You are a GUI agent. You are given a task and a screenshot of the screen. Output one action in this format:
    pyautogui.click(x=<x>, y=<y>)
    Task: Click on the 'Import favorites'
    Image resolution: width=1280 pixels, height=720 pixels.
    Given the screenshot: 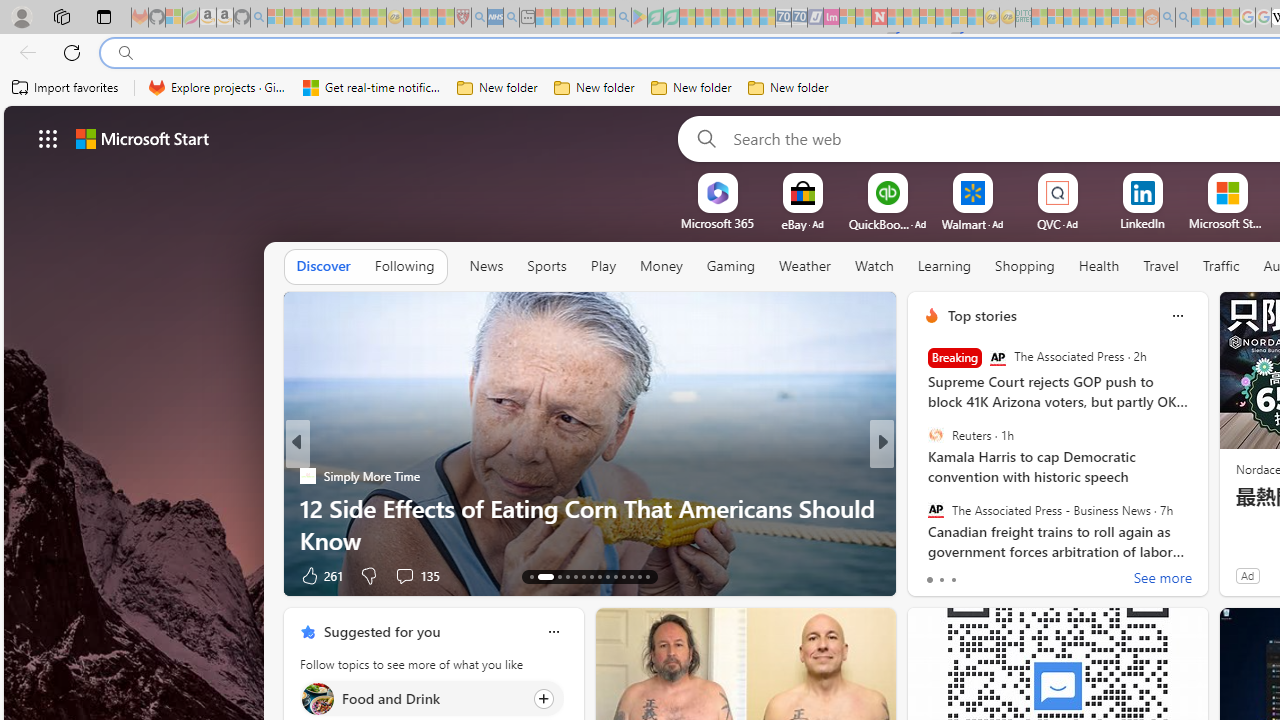 What is the action you would take?
    pyautogui.click(x=65, y=87)
    